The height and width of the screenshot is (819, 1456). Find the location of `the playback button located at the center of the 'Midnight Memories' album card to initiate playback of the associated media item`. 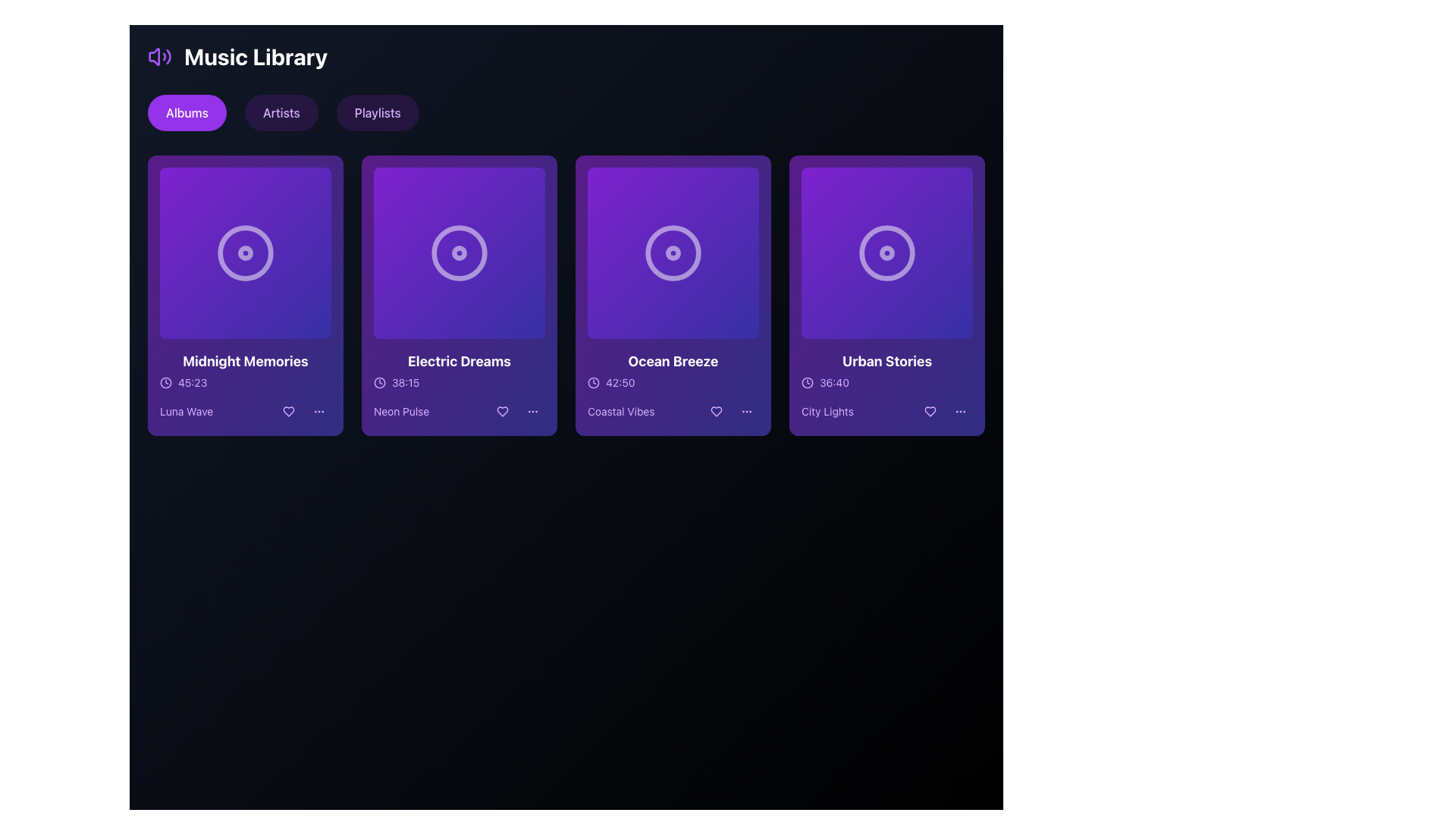

the playback button located at the center of the 'Midnight Memories' album card to initiate playback of the associated media item is located at coordinates (246, 253).